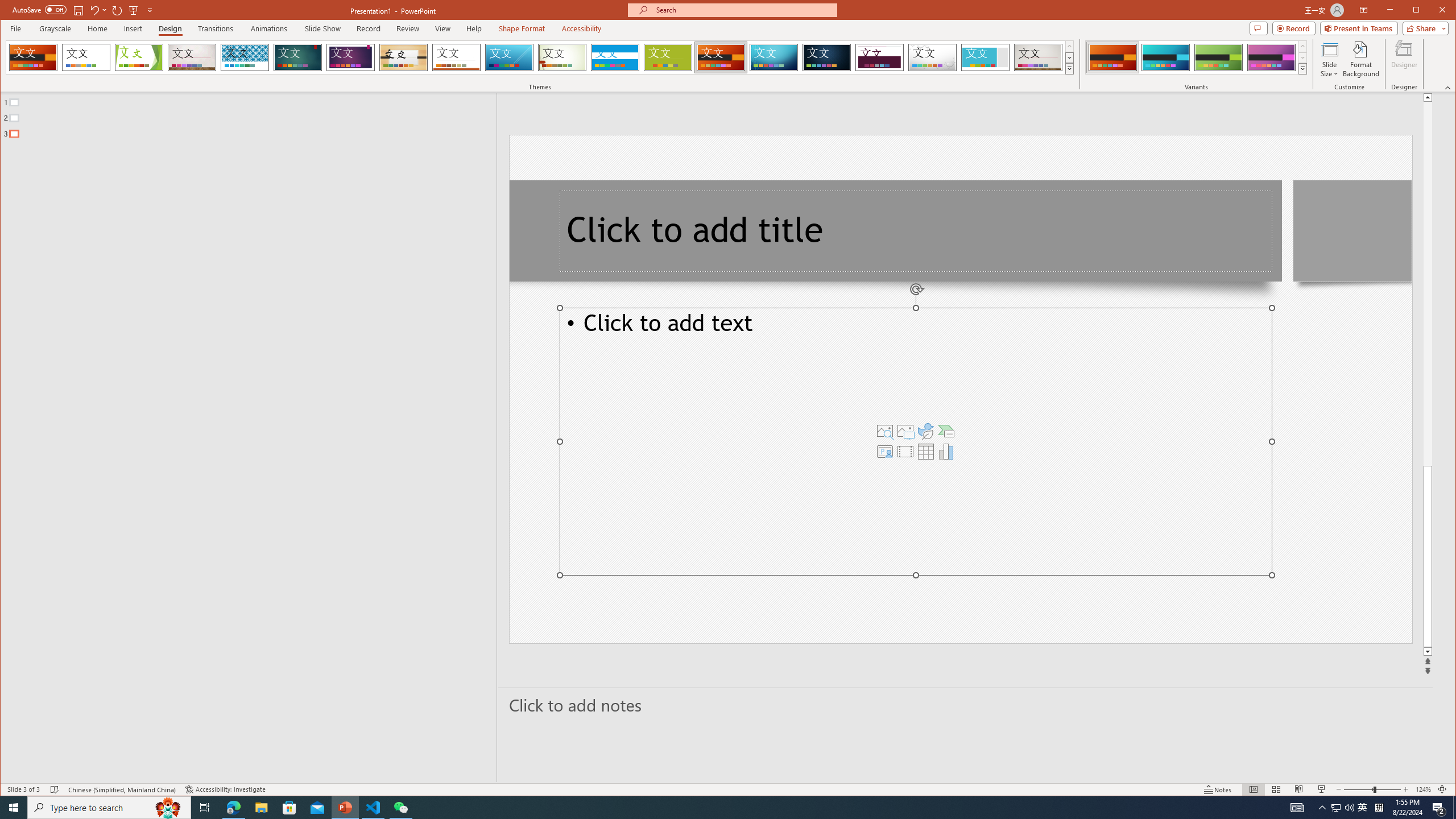  What do you see at coordinates (925, 450) in the screenshot?
I see `'Insert Table'` at bounding box center [925, 450].